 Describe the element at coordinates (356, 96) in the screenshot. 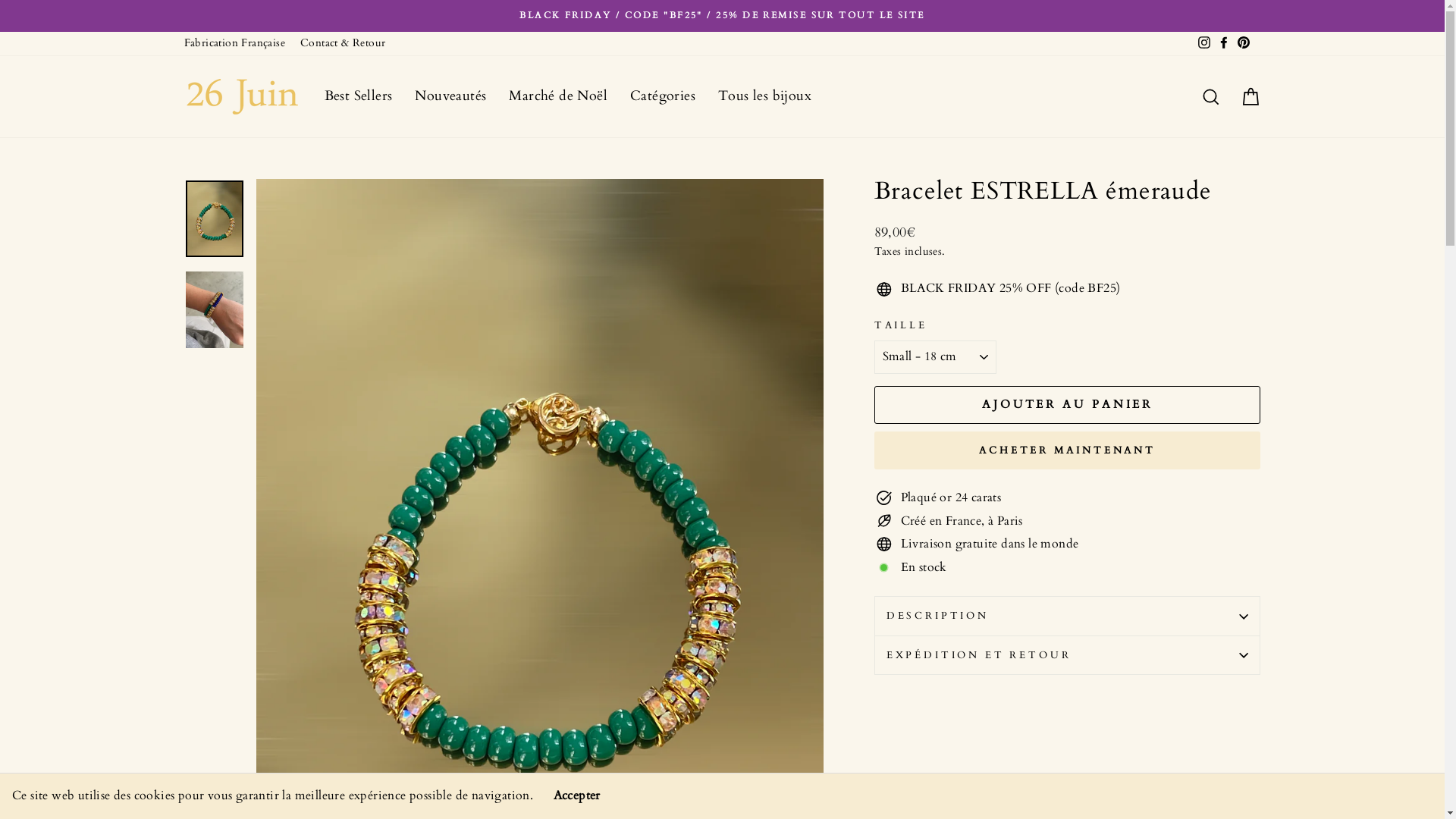

I see `'Best Sellers'` at that location.